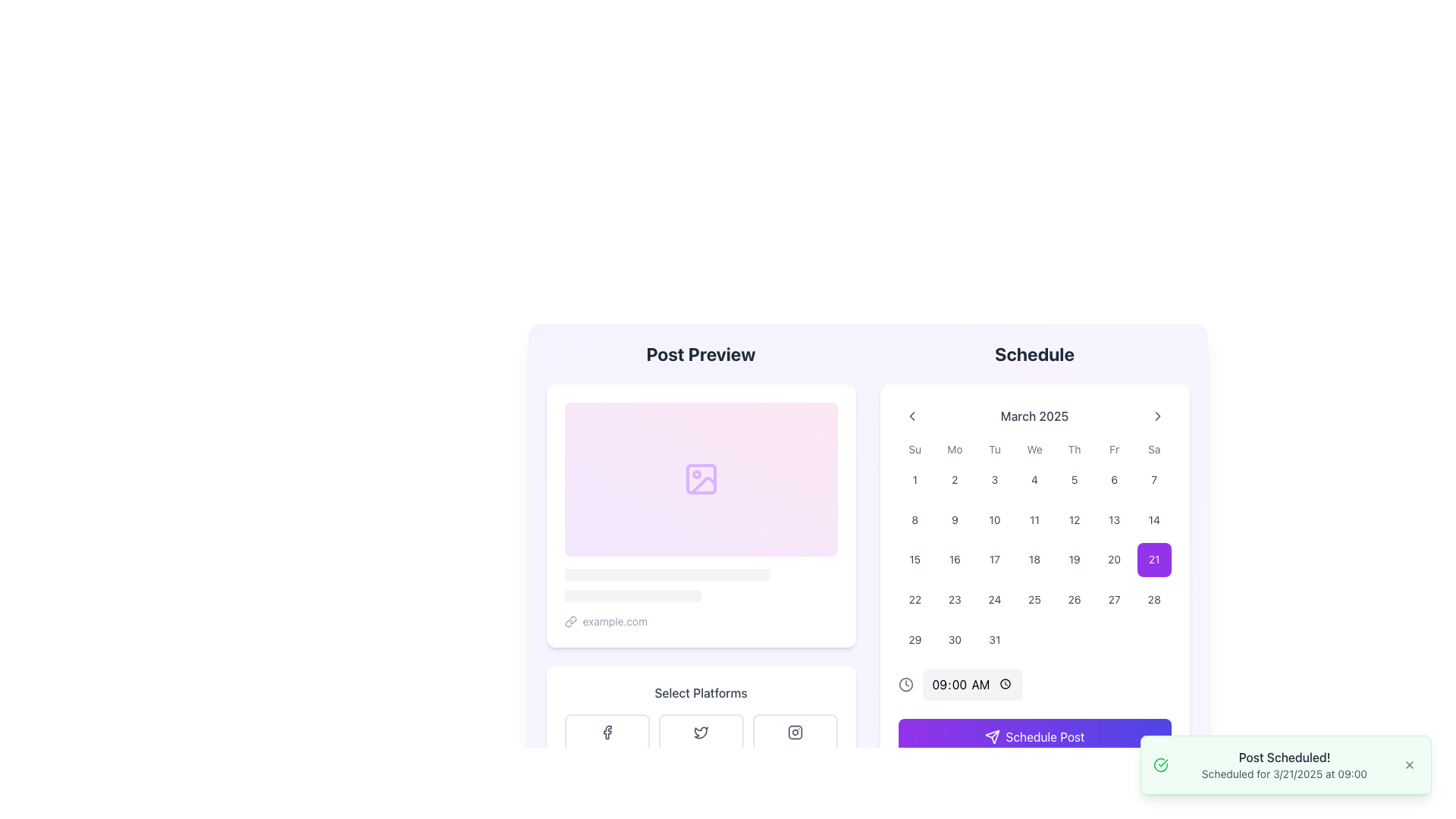  What do you see at coordinates (570, 621) in the screenshot?
I see `the chain link icon located to the left of the text 'example.com' in the 'Post Preview' section` at bounding box center [570, 621].